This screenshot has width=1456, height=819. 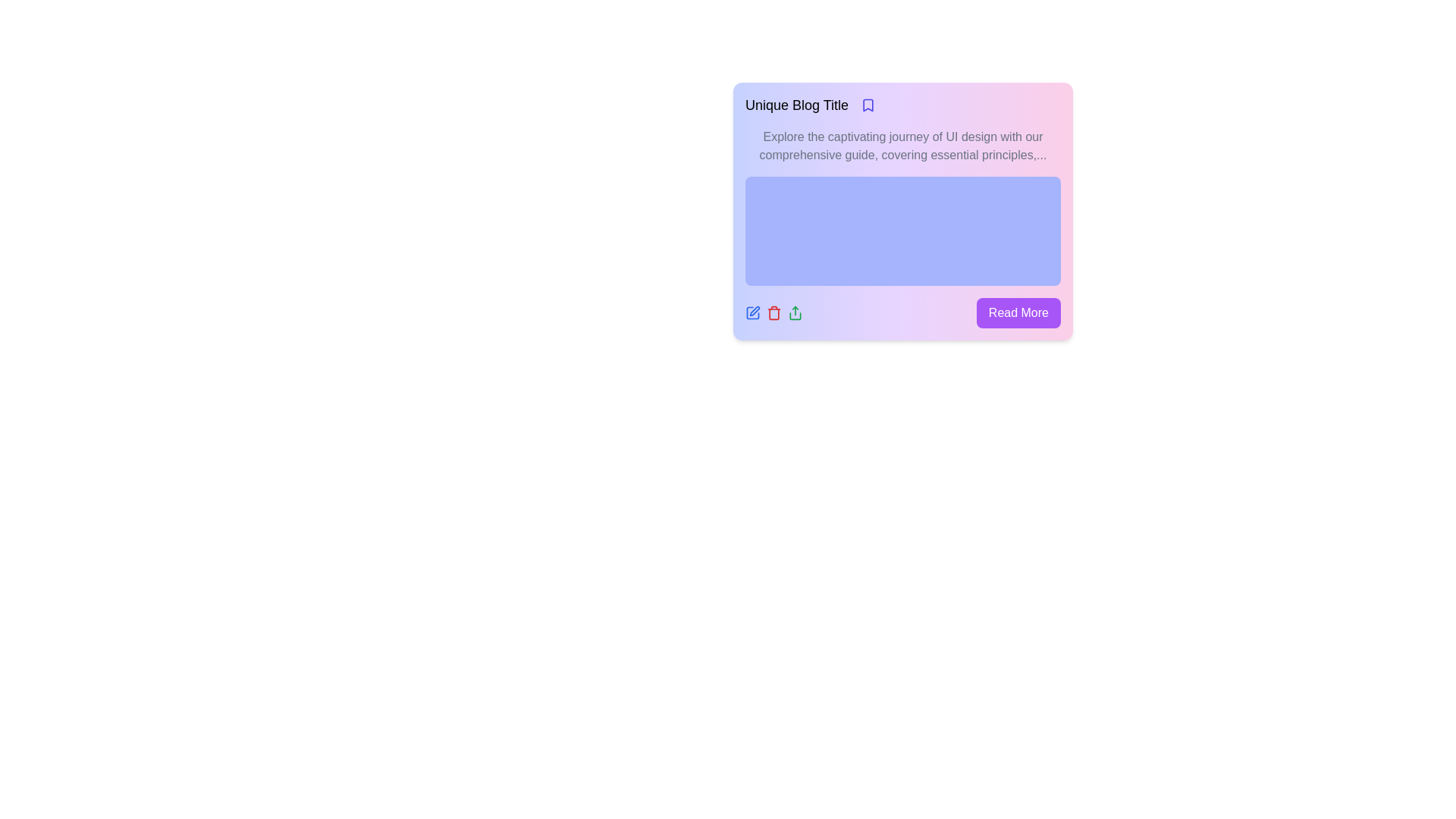 What do you see at coordinates (1018, 312) in the screenshot?
I see `the purple button with 'Read More' text to interact with it` at bounding box center [1018, 312].